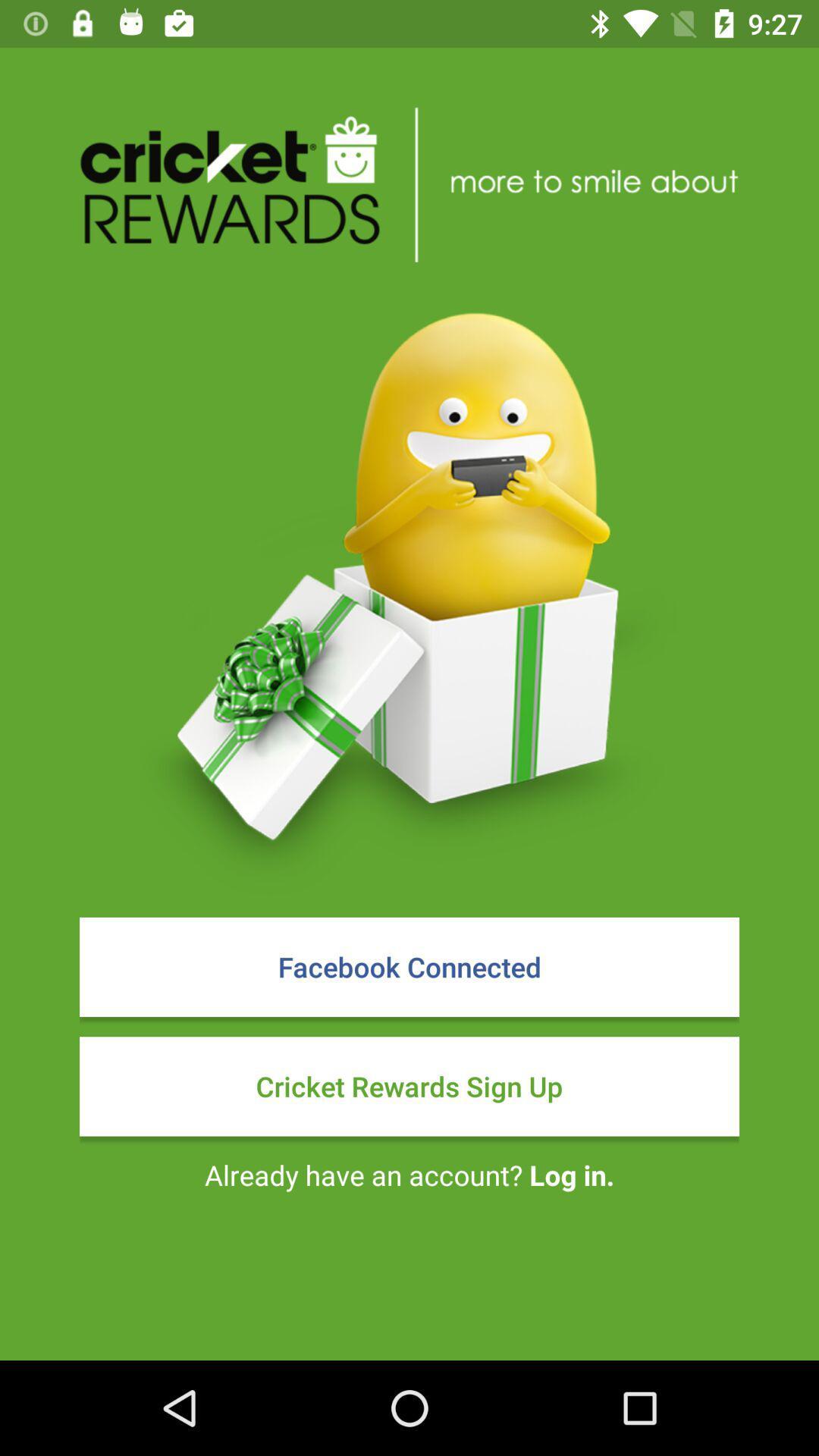  Describe the element at coordinates (409, 1174) in the screenshot. I see `the already have an` at that location.